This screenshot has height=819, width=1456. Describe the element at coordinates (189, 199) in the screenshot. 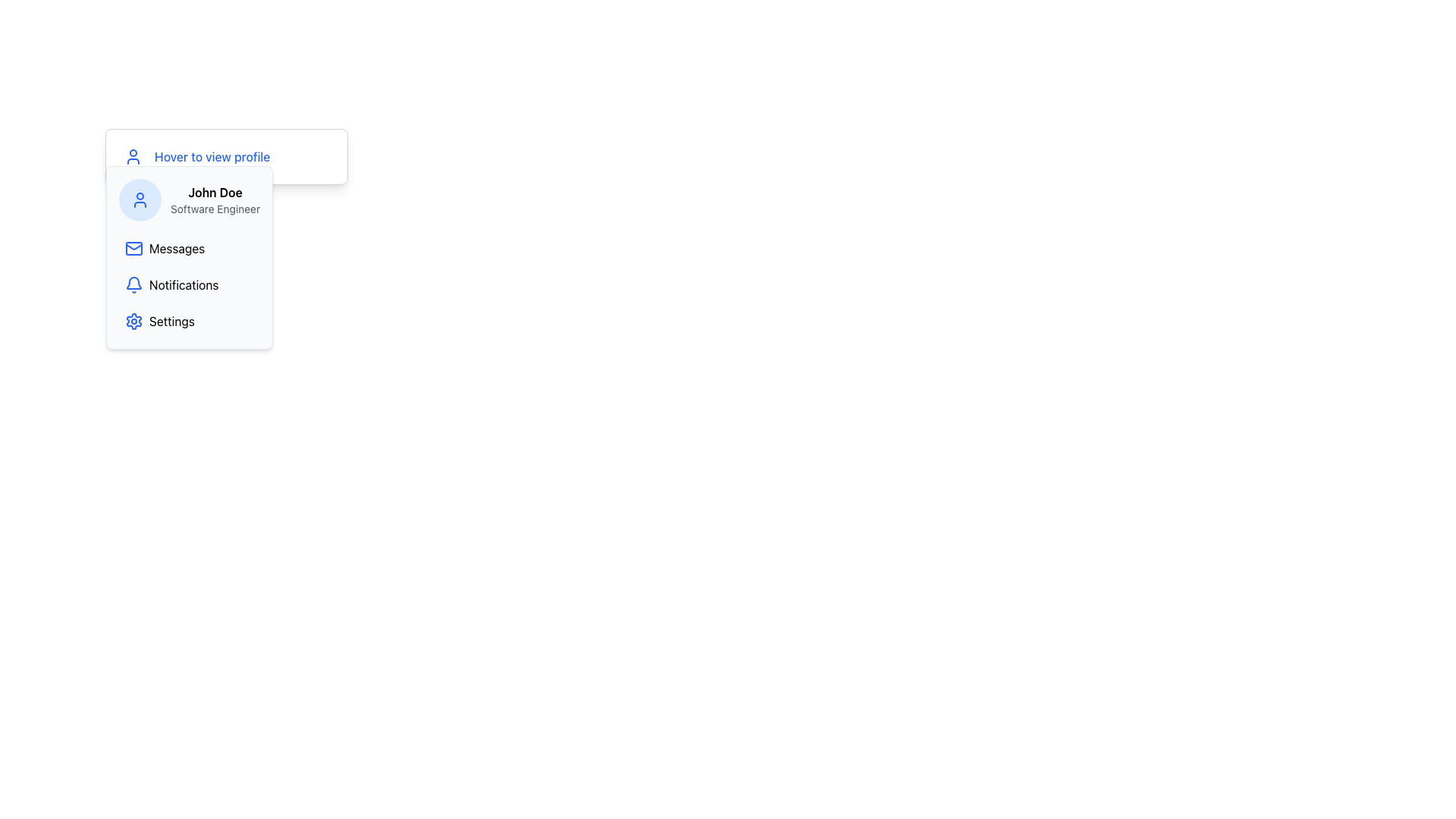

I see `the User Profile Display element which features a circular icon with a user profile illustration on the left and two lines of text reading 'John Doe' and 'Software Engineer' on the right, located in the dropdown menu below the 'Hover` at that location.